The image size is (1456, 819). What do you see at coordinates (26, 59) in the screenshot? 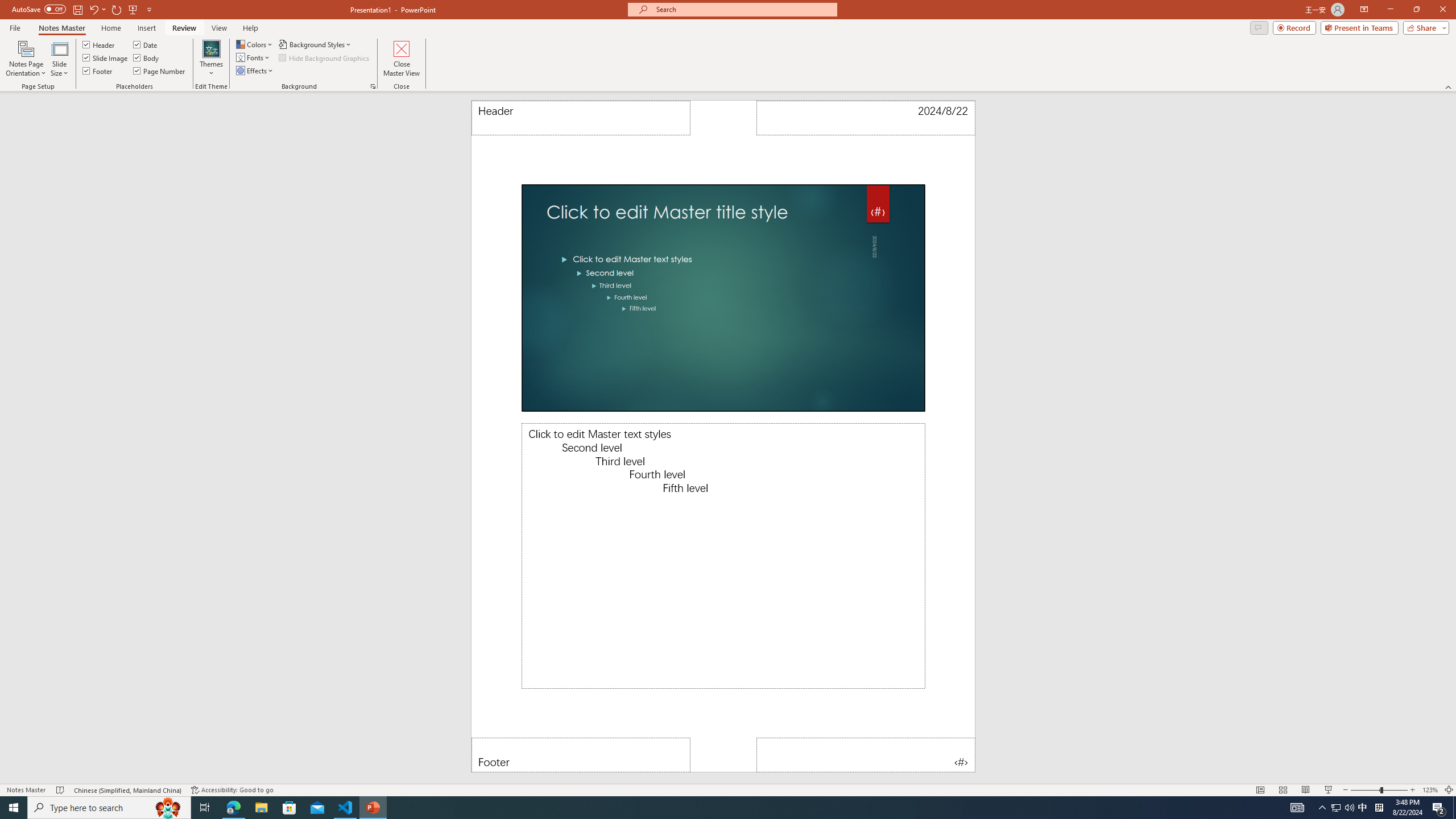
I see `'Notes Page Orientation'` at bounding box center [26, 59].